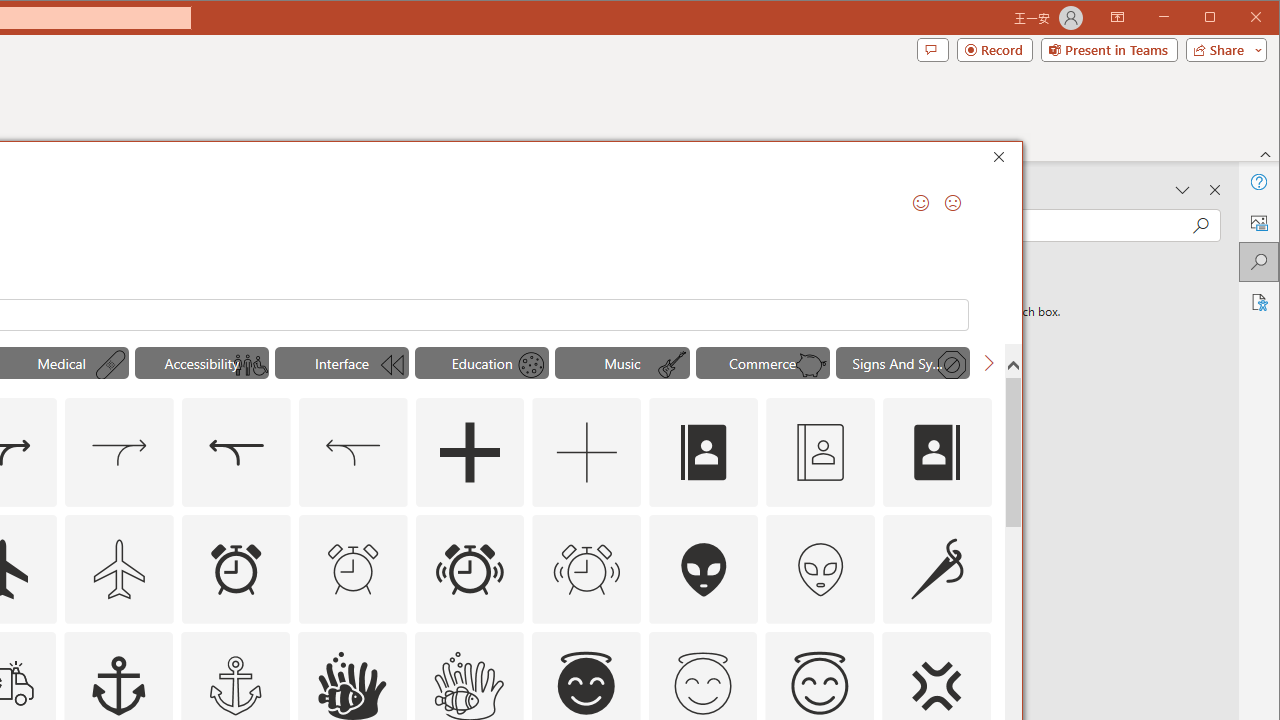  I want to click on 'AutomationID: Icons_Airplane_M', so click(118, 568).